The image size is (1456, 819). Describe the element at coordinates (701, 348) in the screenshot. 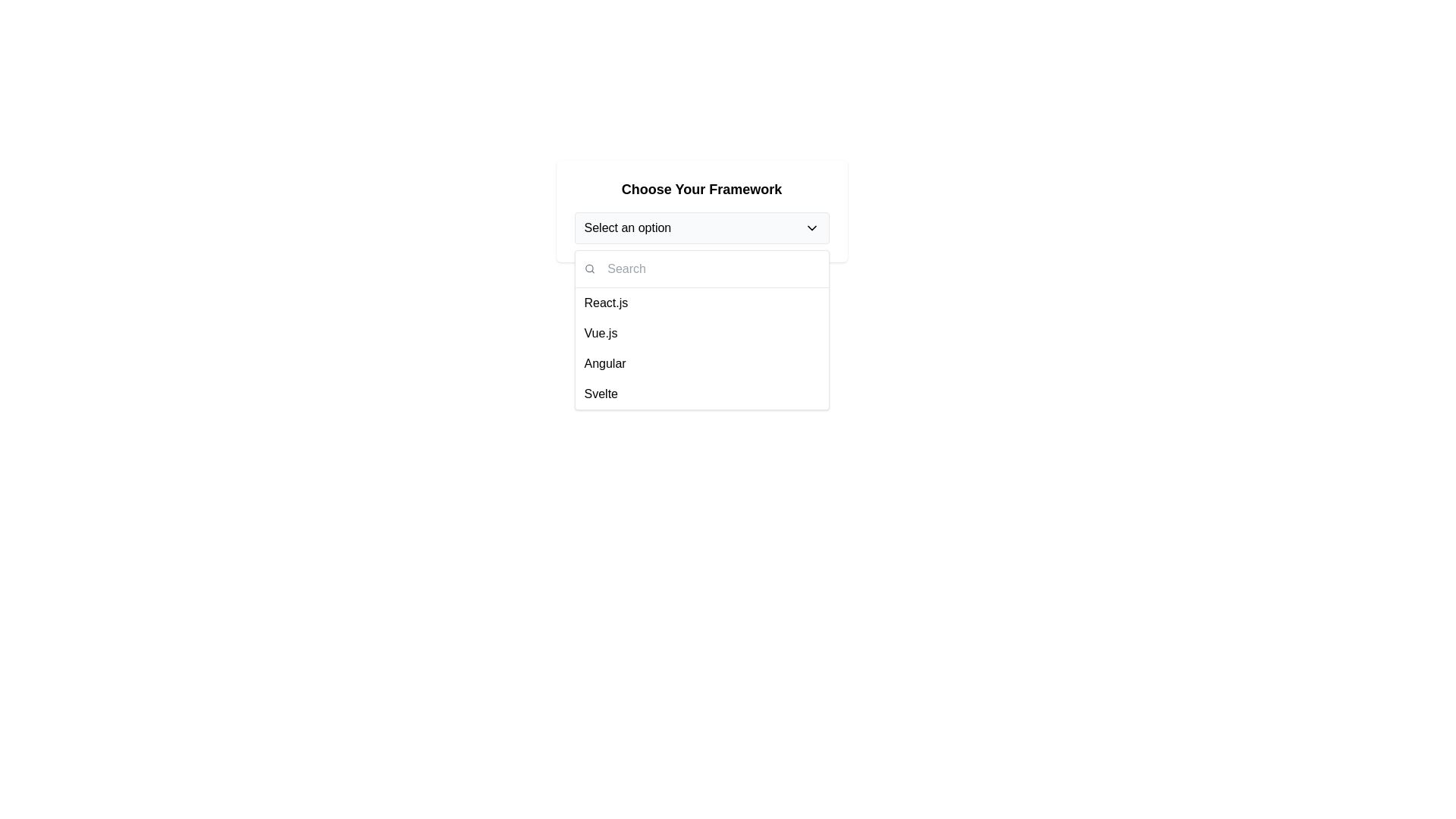

I see `the third entry in the dropdown list of the 'Choose Your Framework' selection dialog which displays 'Angular'` at that location.